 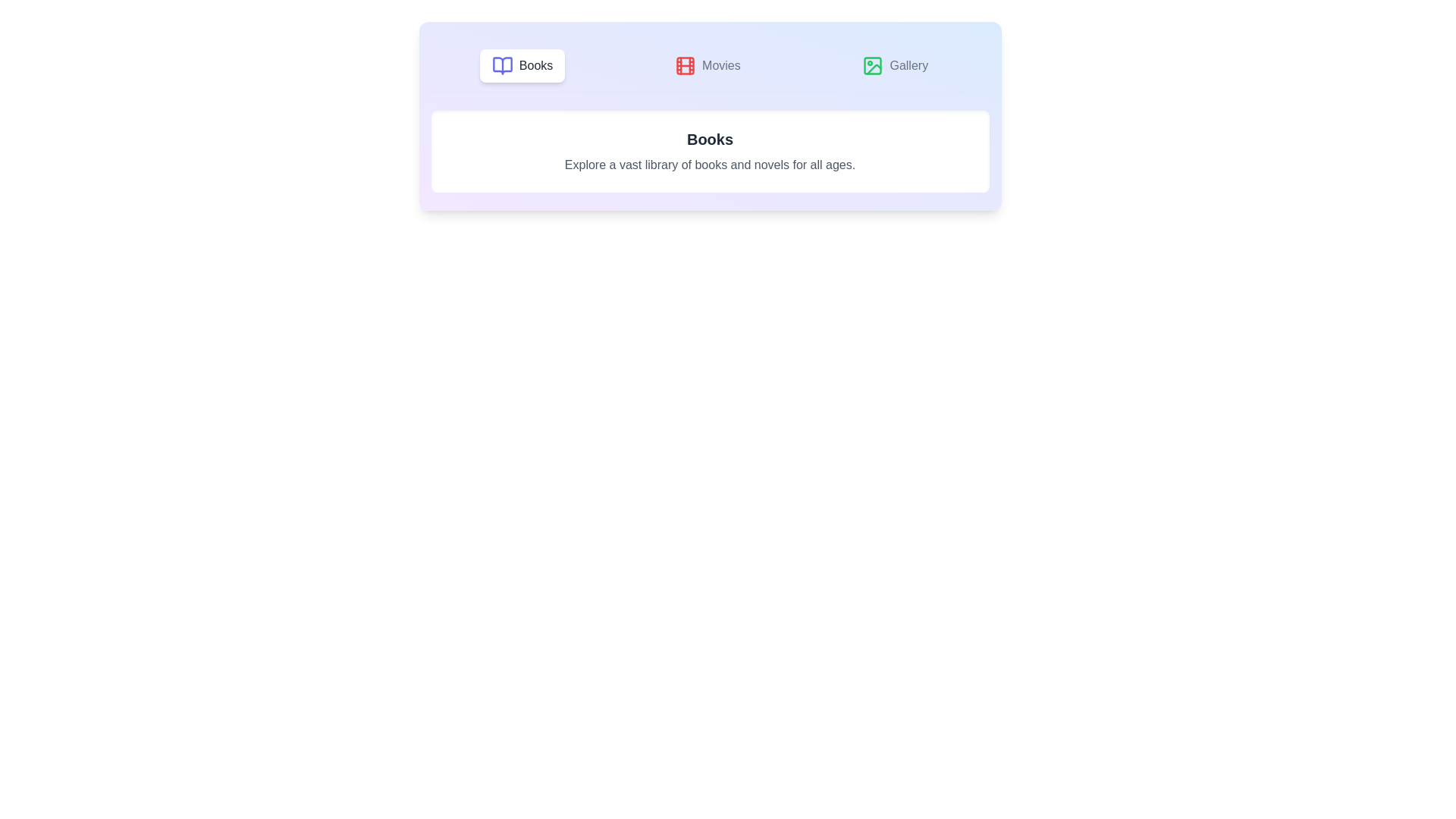 I want to click on the Books tab by clicking its button, so click(x=522, y=65).